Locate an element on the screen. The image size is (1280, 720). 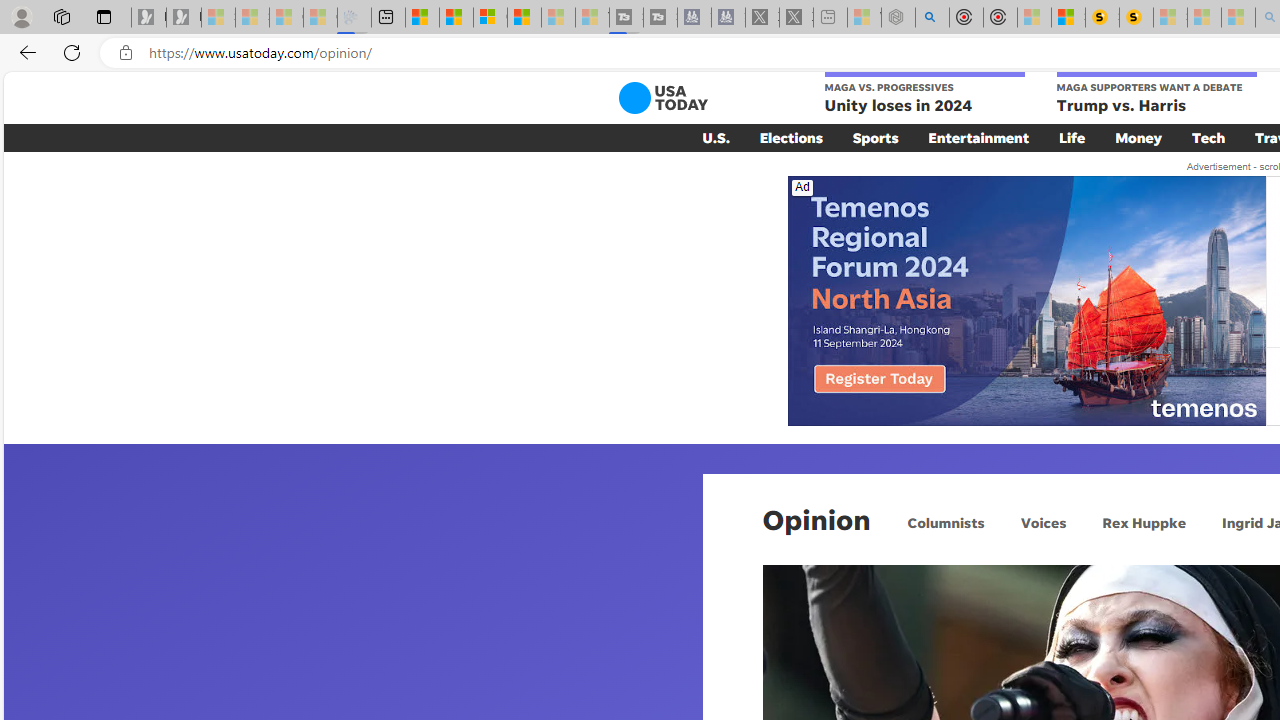
'Refresh' is located at coordinates (72, 51).